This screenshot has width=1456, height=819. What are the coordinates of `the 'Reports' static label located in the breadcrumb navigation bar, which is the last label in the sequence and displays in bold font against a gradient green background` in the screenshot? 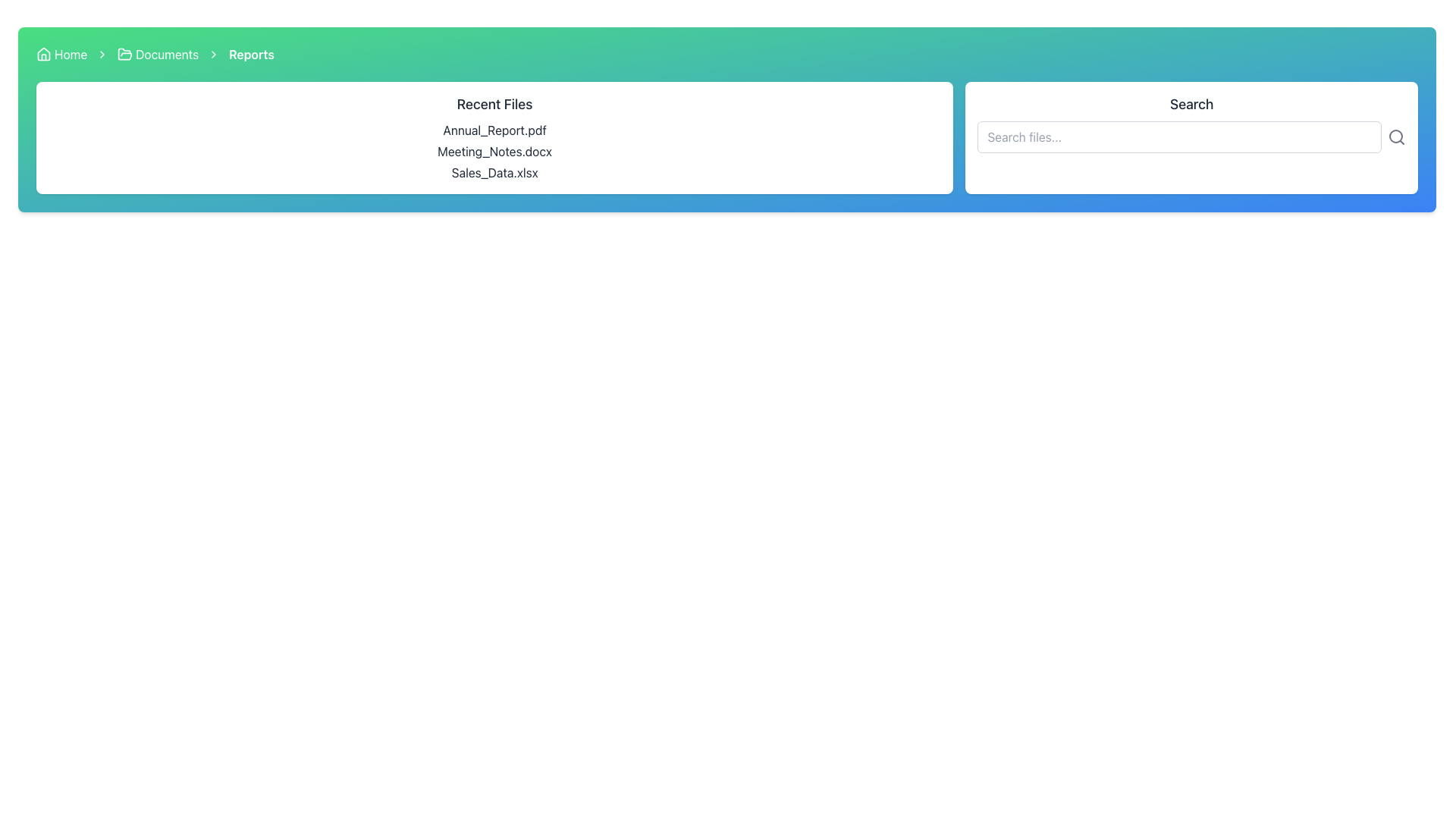 It's located at (251, 54).